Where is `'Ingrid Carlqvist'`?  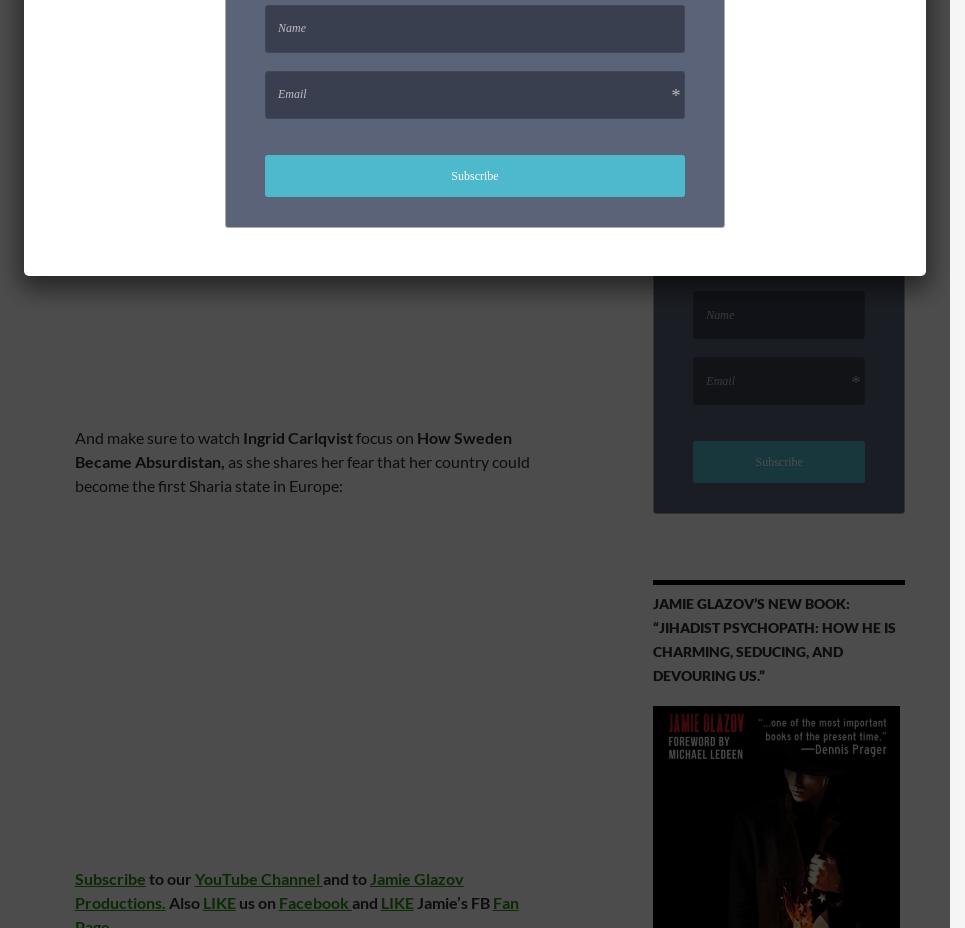 'Ingrid Carlqvist' is located at coordinates (297, 437).